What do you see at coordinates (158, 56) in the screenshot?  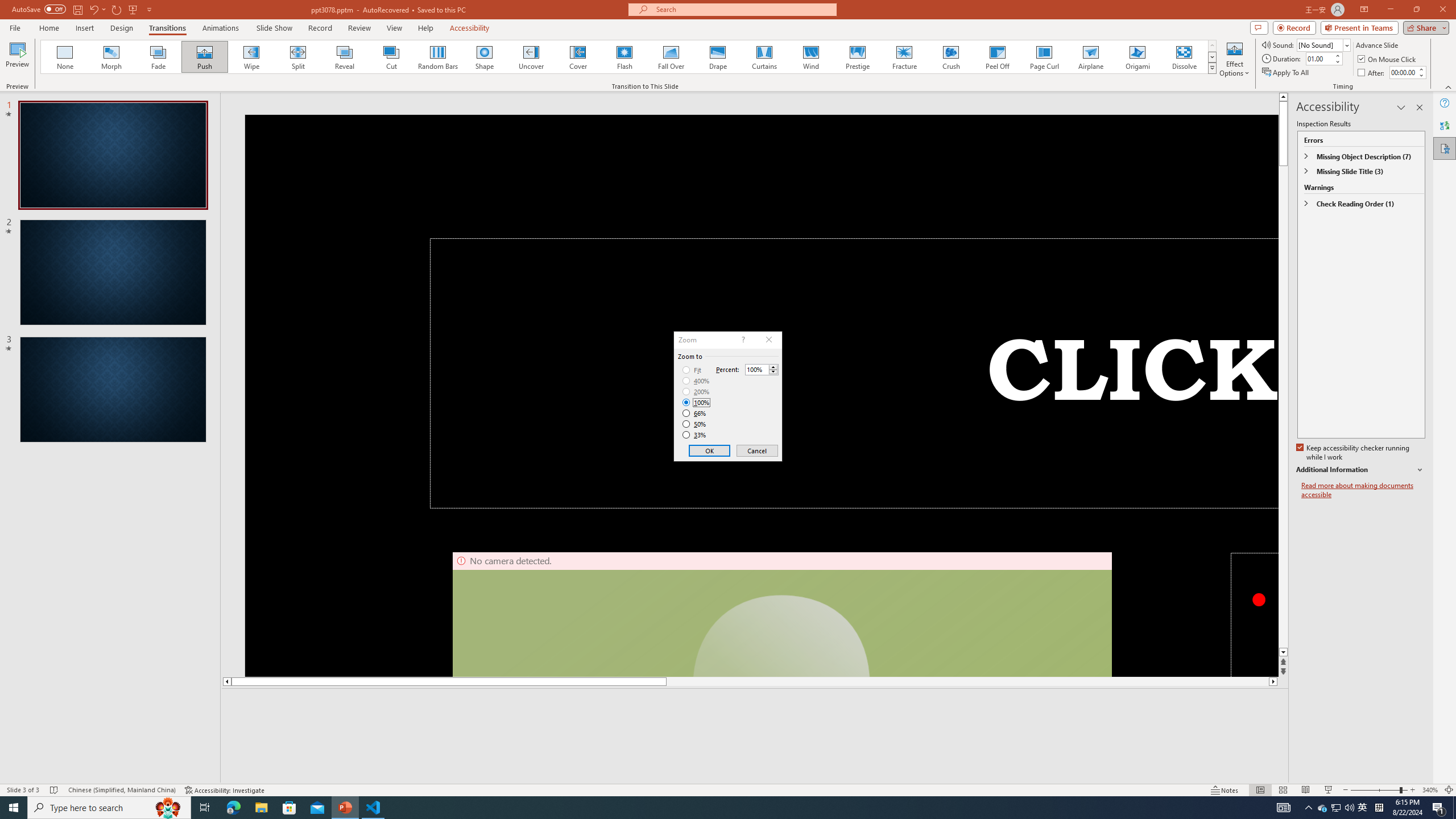 I see `'Fade'` at bounding box center [158, 56].